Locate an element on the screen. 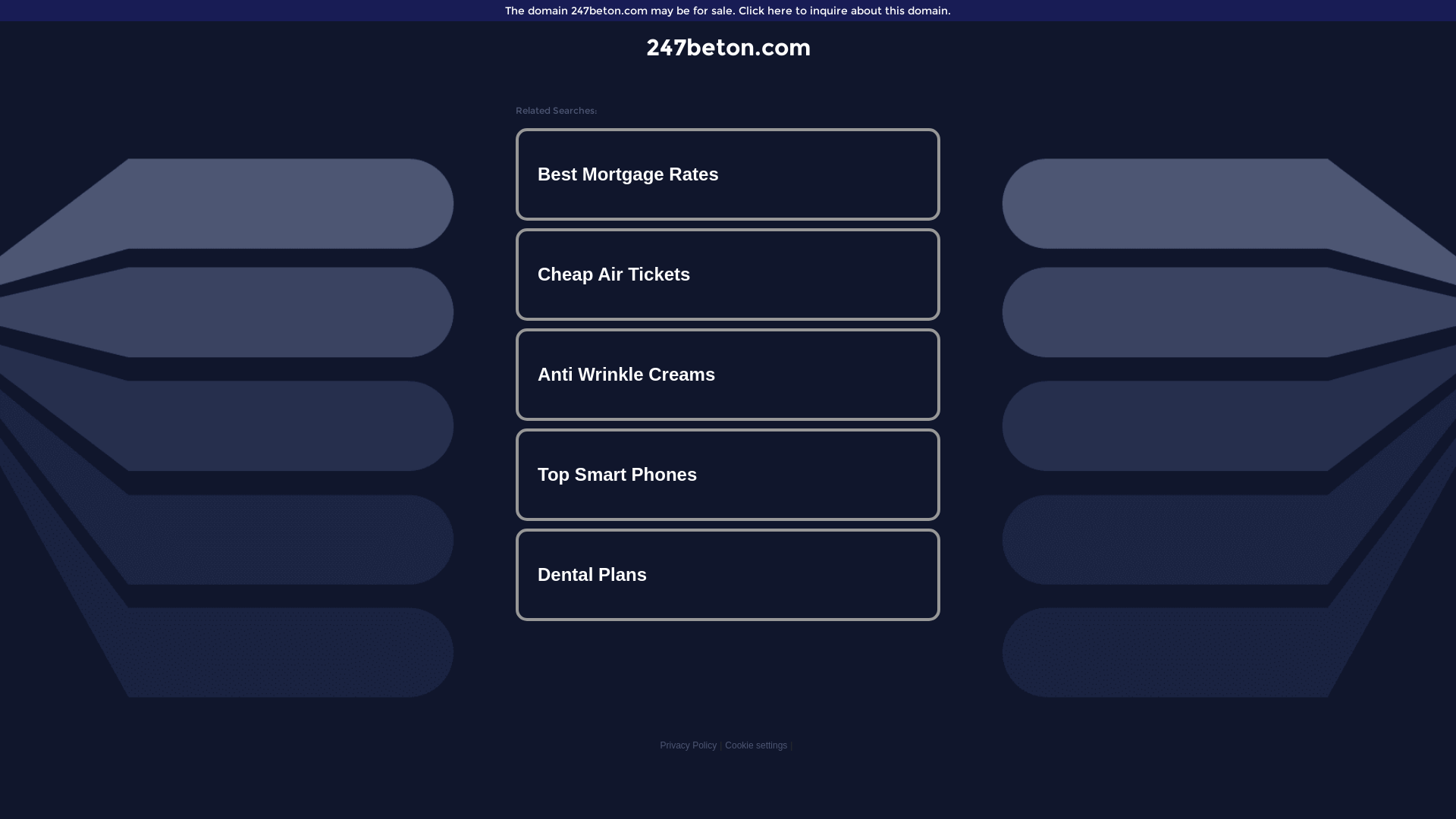 The height and width of the screenshot is (819, 1456). 'Cheap Air Tickets' is located at coordinates (519, 275).